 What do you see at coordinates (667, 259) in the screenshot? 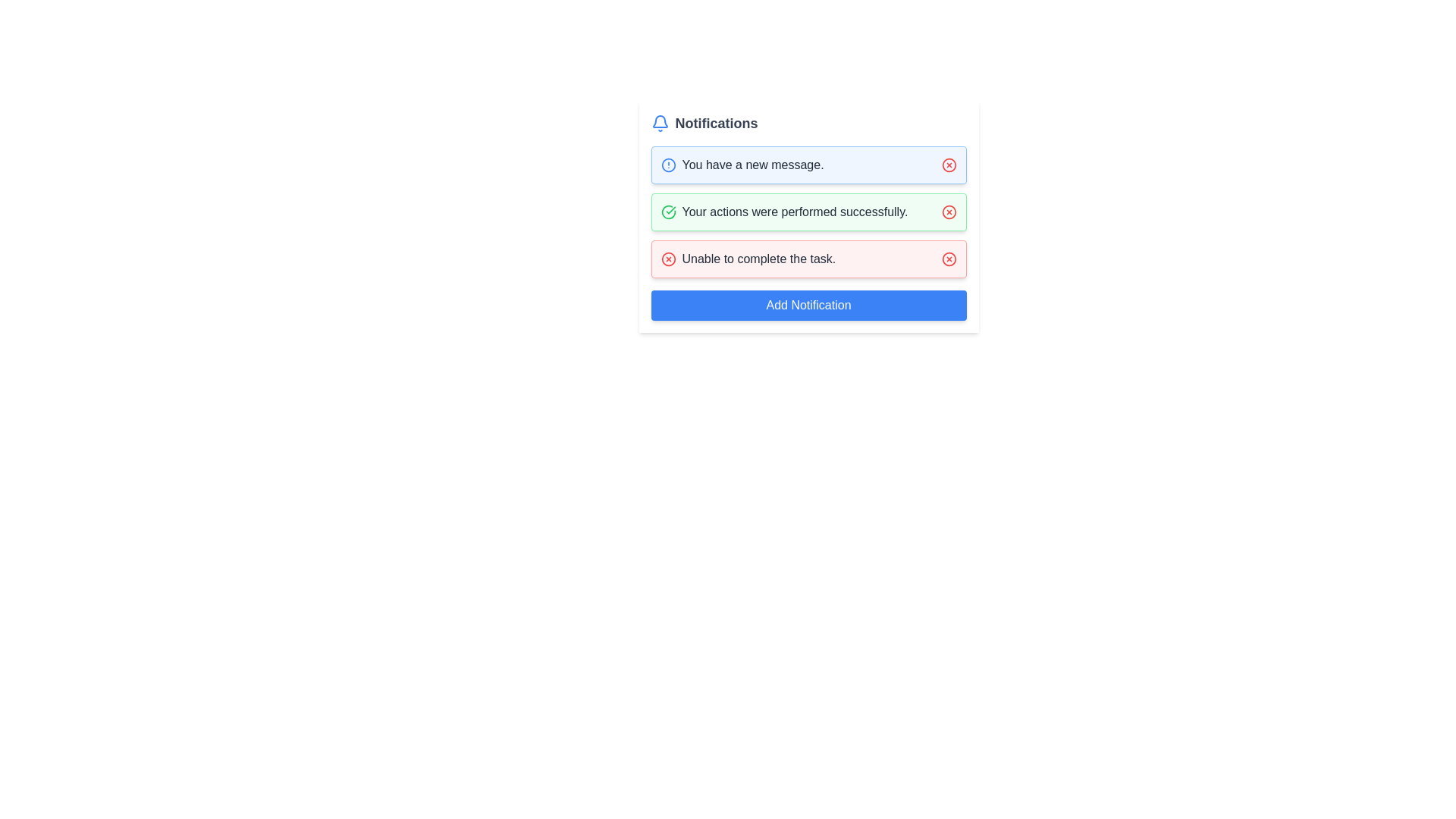
I see `the circle component graphic element that represents the outer boundary of the close button for the notification, located at the right side of the 'Unable to complete the task' notification within the third notification row` at bounding box center [667, 259].